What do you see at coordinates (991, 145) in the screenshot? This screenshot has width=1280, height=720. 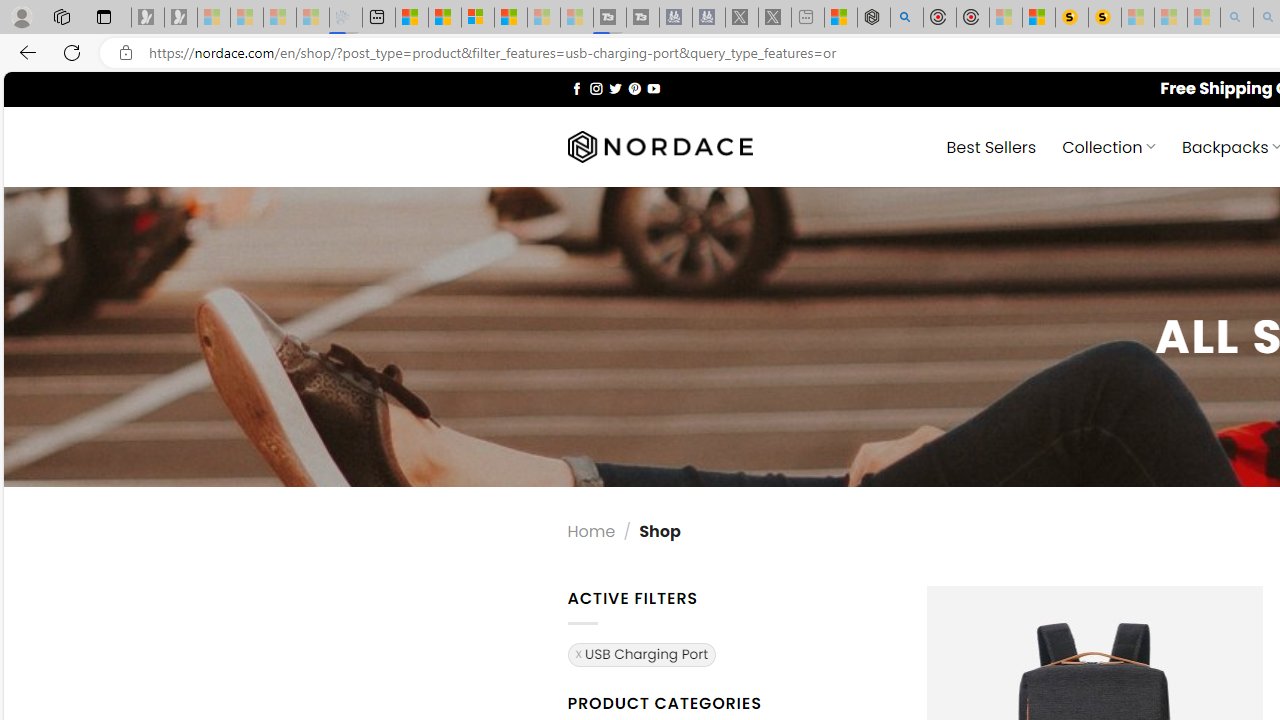 I see `' Best Sellers'` at bounding box center [991, 145].